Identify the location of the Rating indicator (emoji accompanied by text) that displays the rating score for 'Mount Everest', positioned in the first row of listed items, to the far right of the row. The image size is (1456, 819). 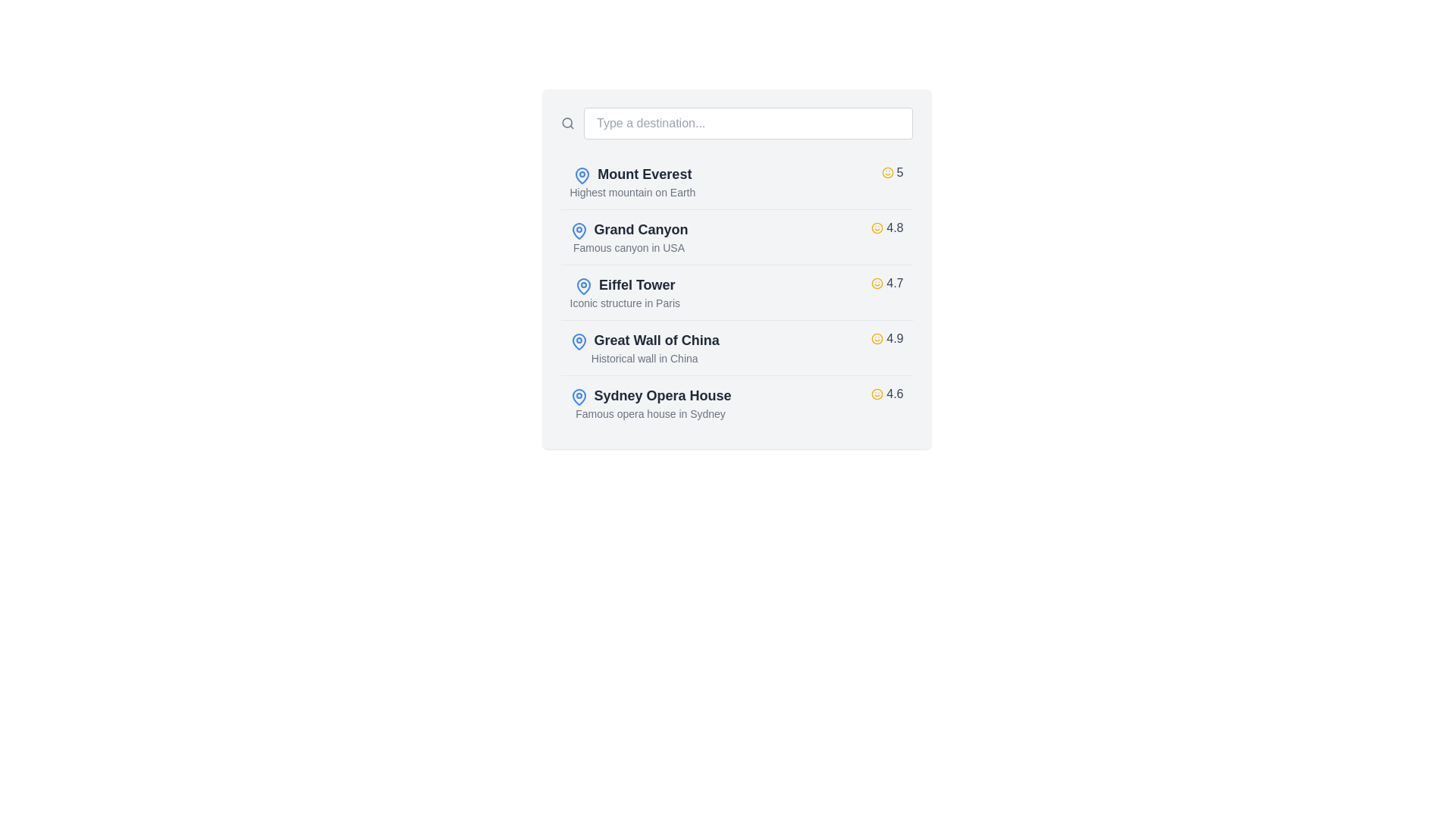
(892, 171).